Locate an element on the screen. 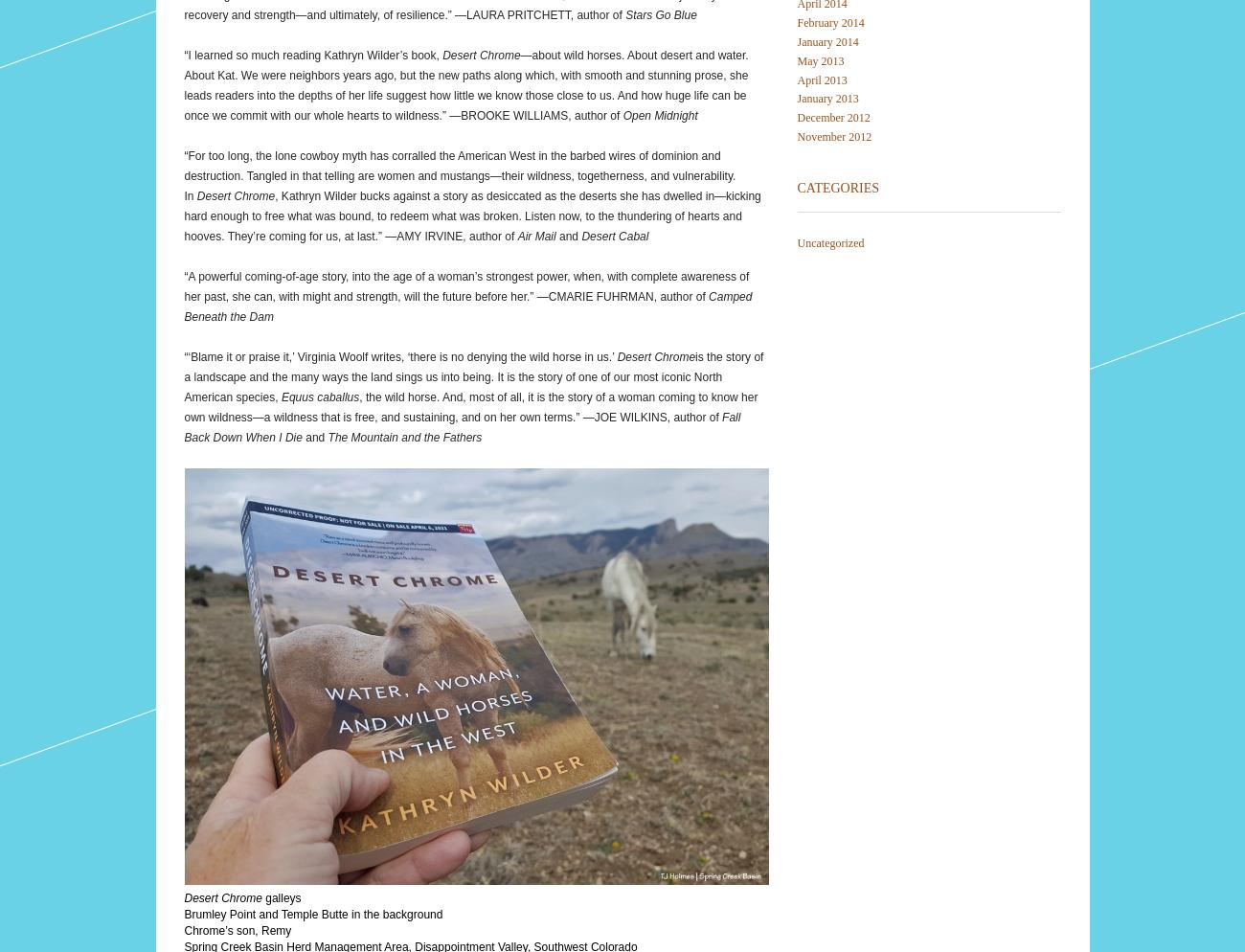 The image size is (1245, 952). 'February 2014' is located at coordinates (829, 22).